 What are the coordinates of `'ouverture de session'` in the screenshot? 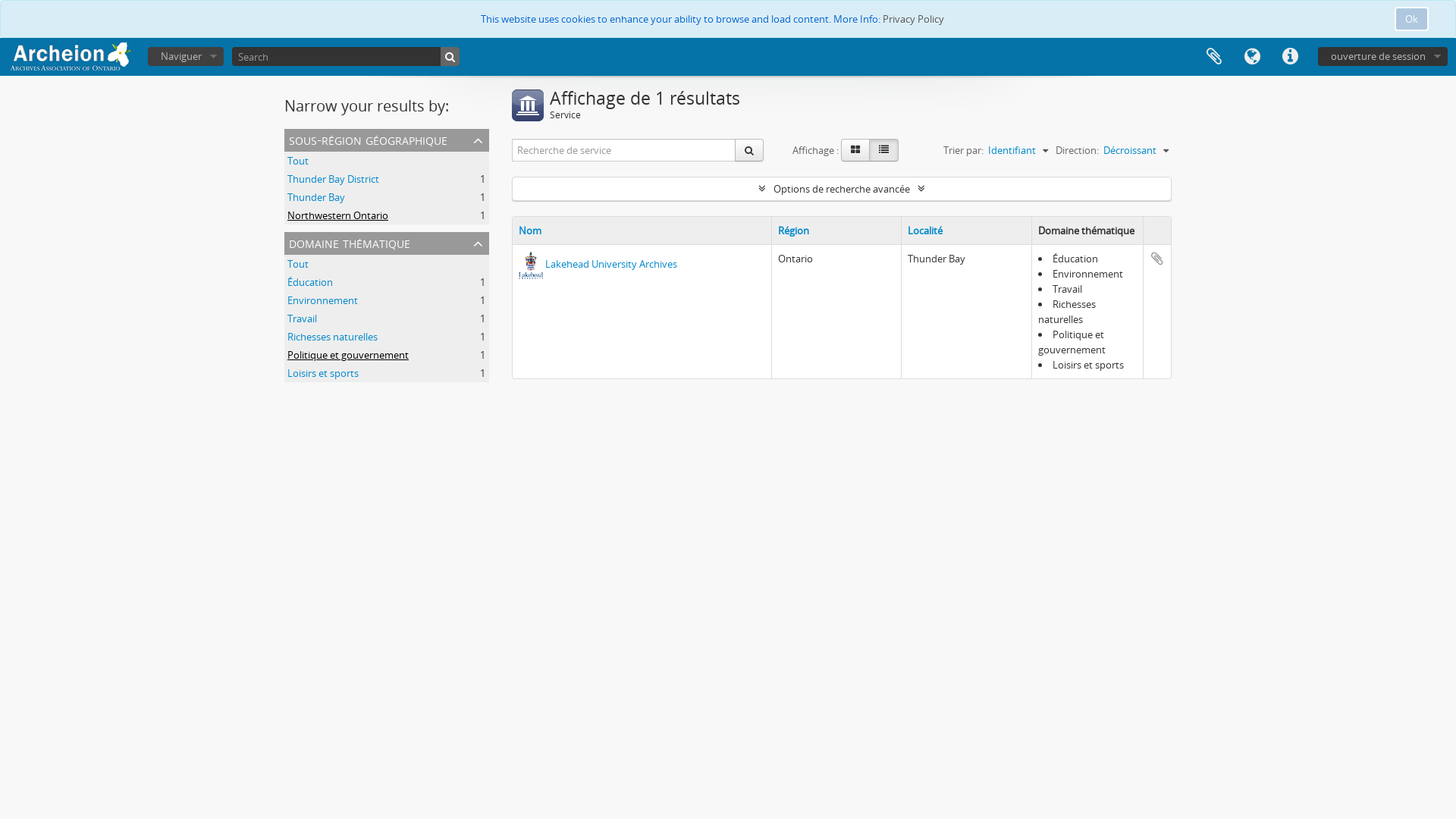 It's located at (1316, 55).